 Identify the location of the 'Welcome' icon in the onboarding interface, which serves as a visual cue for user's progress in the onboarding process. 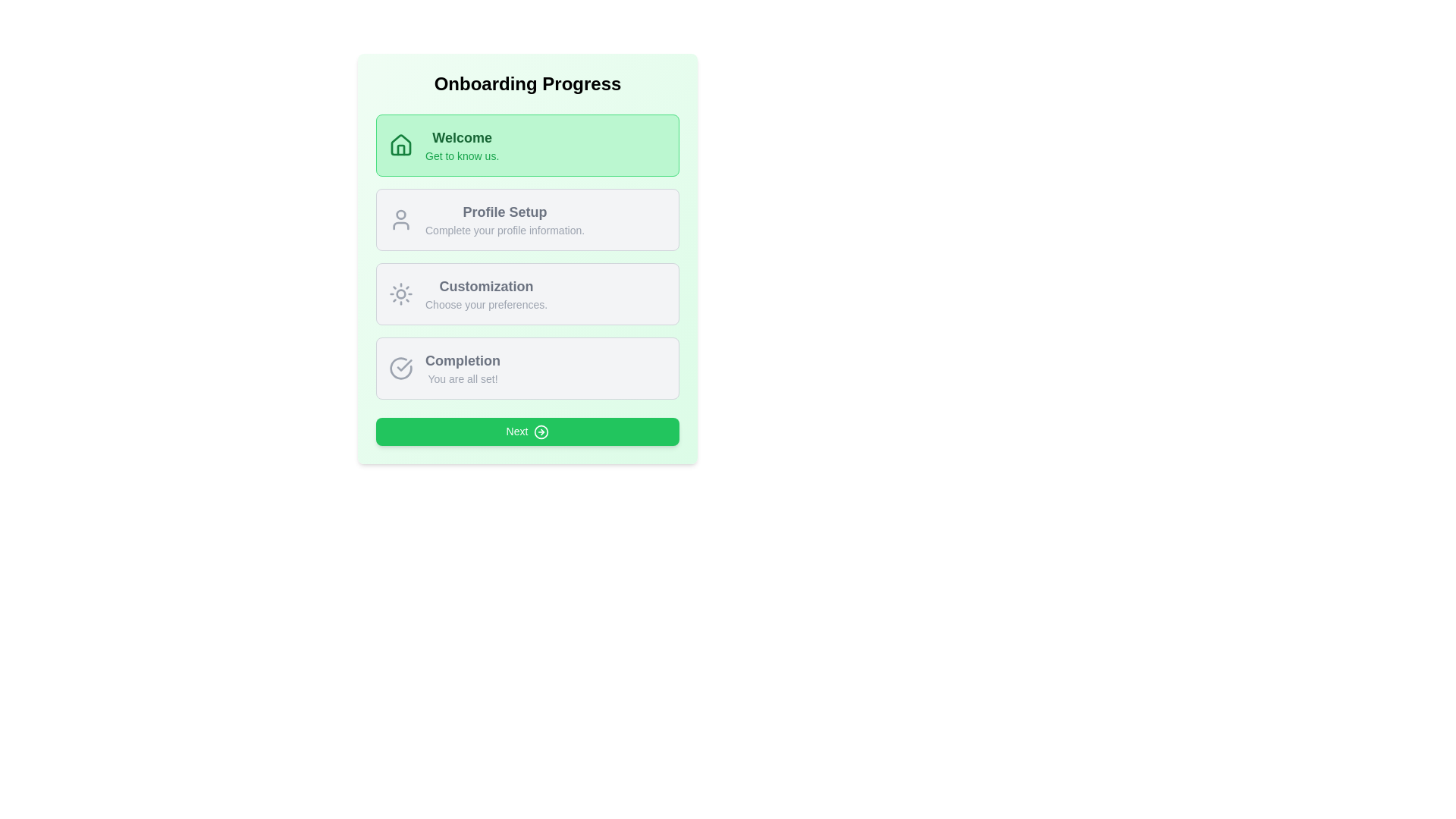
(400, 145).